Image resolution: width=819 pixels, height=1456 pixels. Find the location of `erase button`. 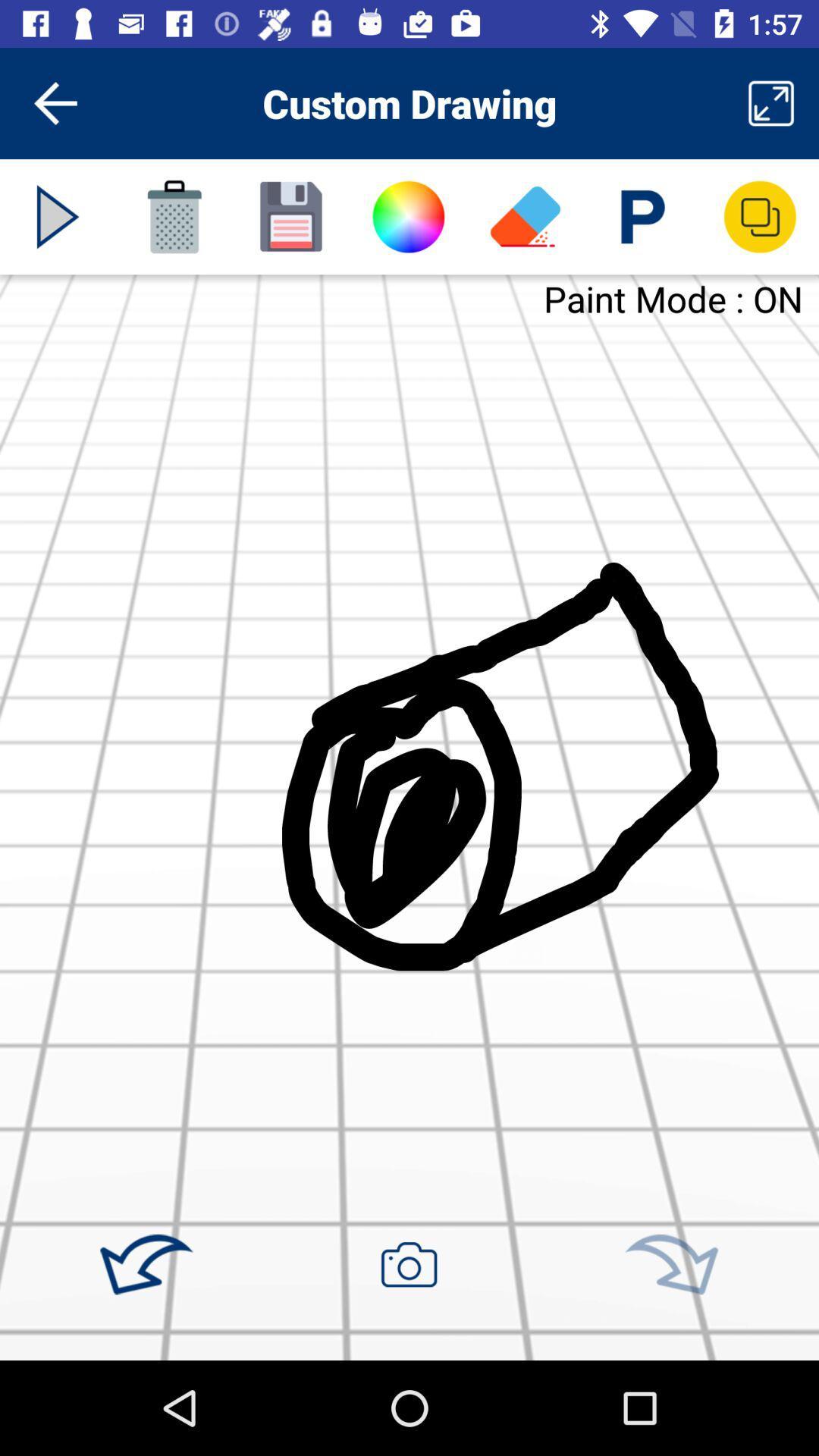

erase button is located at coordinates (525, 216).